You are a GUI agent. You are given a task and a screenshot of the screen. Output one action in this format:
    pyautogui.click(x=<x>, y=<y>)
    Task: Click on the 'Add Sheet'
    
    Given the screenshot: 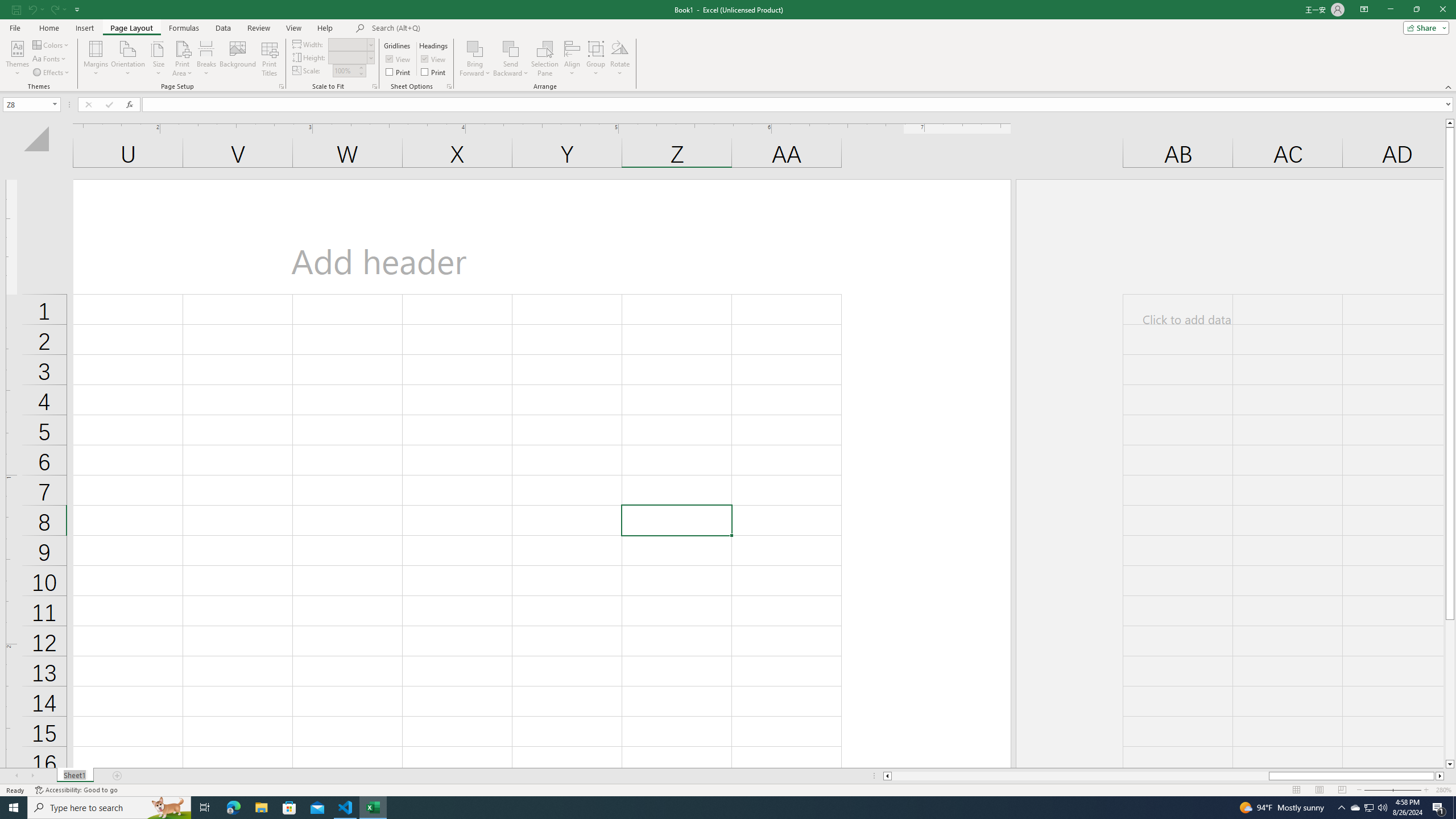 What is the action you would take?
    pyautogui.click(x=117, y=775)
    